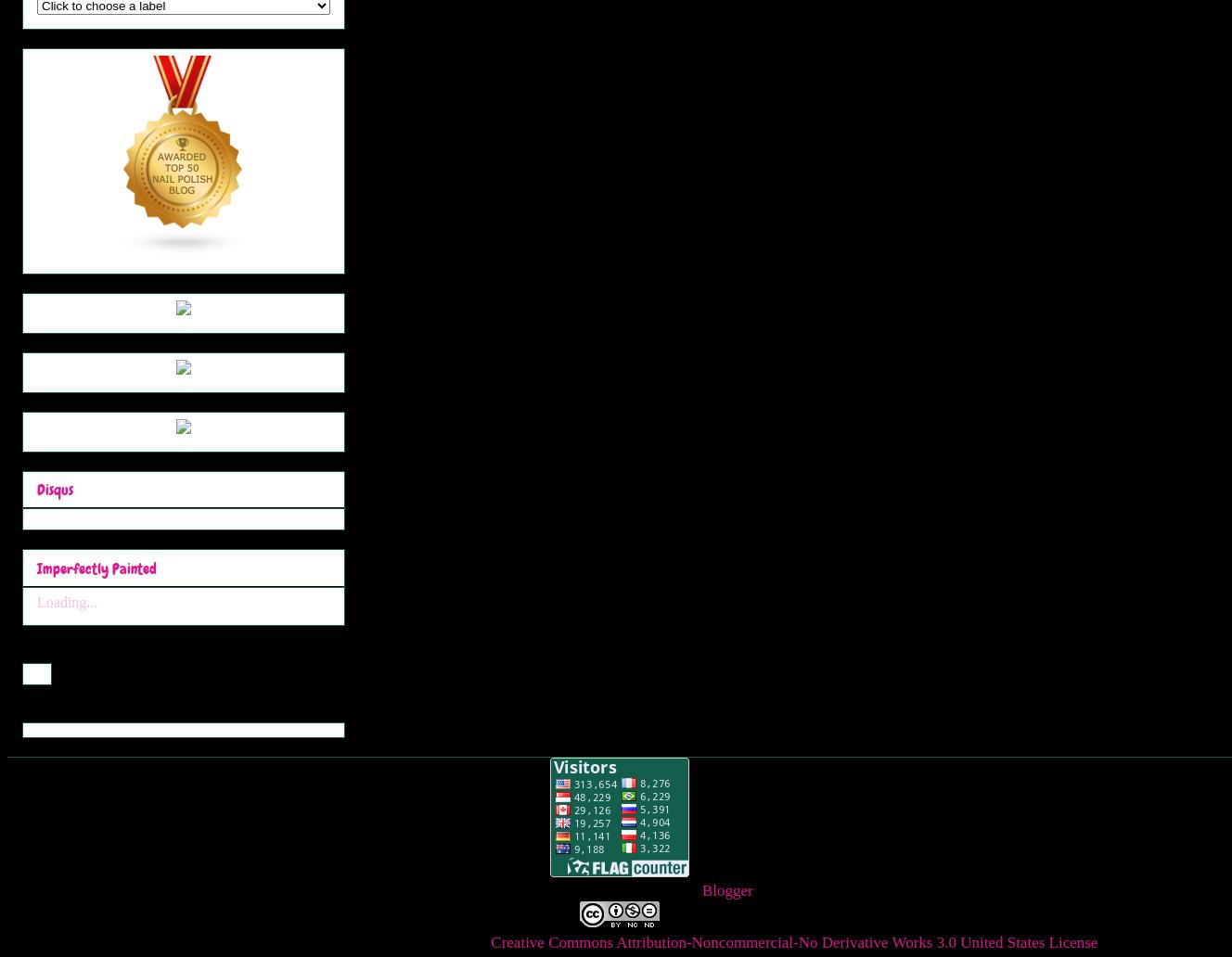  I want to click on 'Blogger', so click(725, 888).